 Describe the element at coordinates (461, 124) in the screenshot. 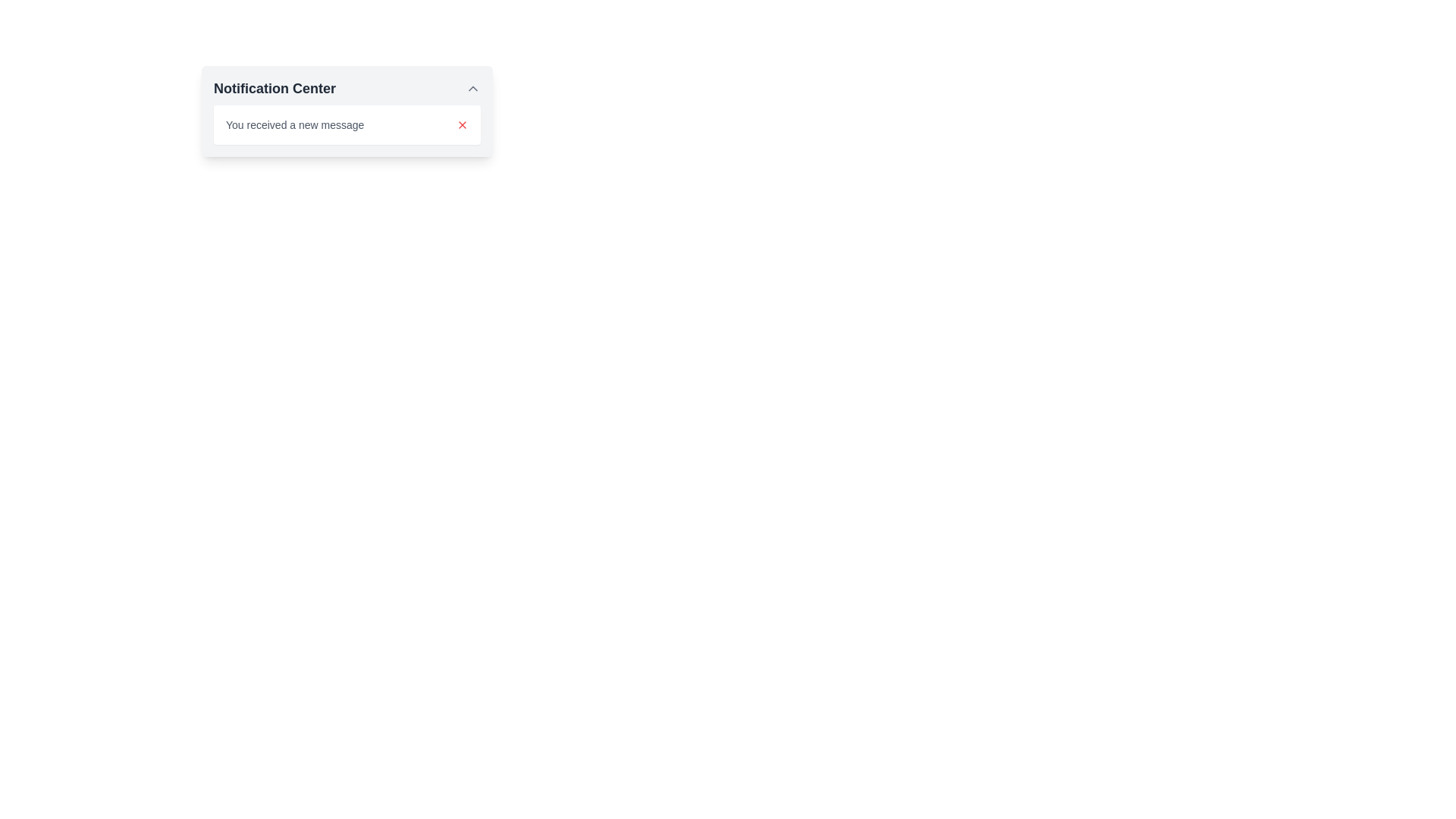

I see `the close button located in the top-right section of the notification area to trigger the hover effect` at that location.